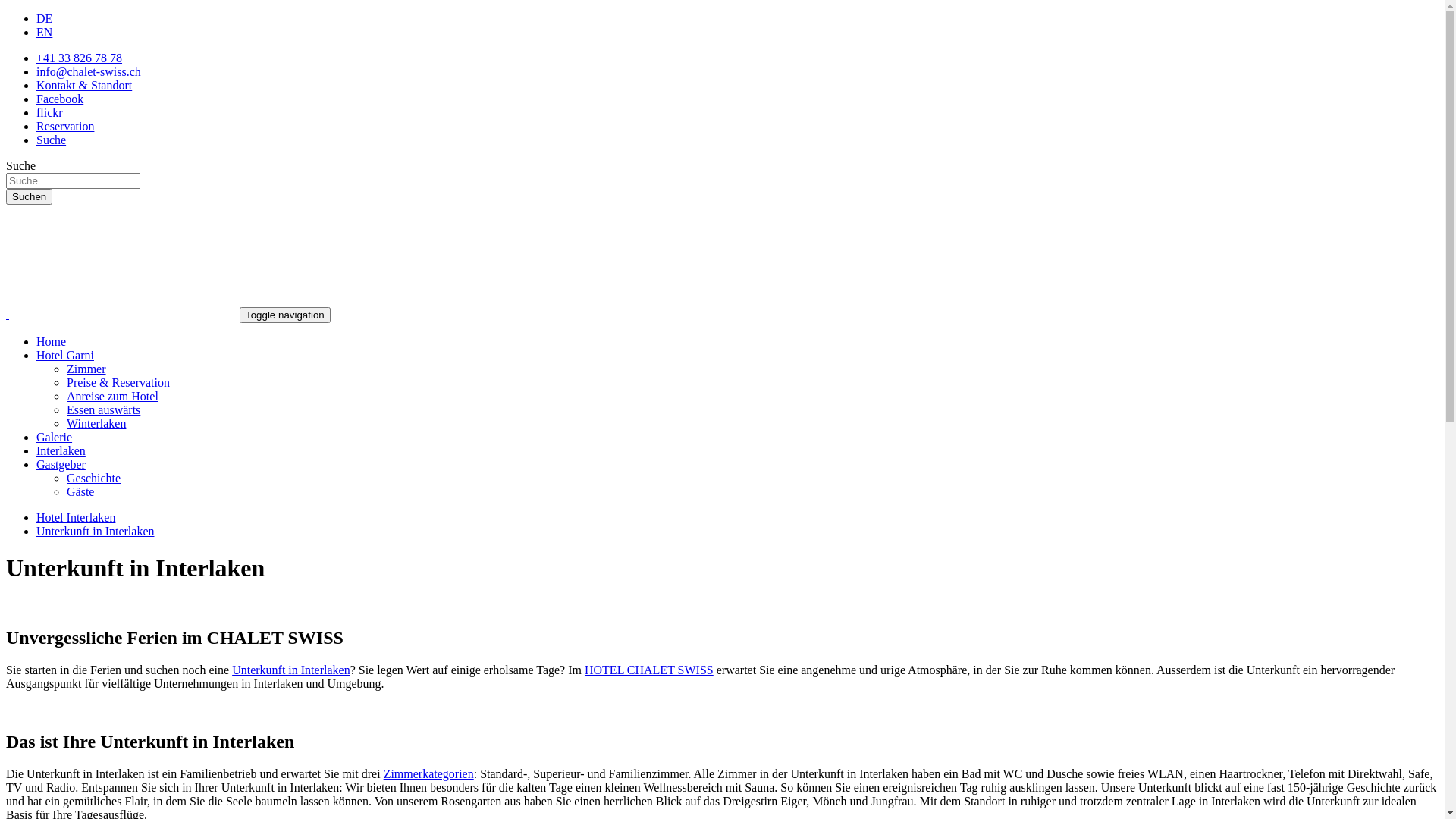 Image resolution: width=1456 pixels, height=819 pixels. I want to click on 'Suche', so click(36, 140).